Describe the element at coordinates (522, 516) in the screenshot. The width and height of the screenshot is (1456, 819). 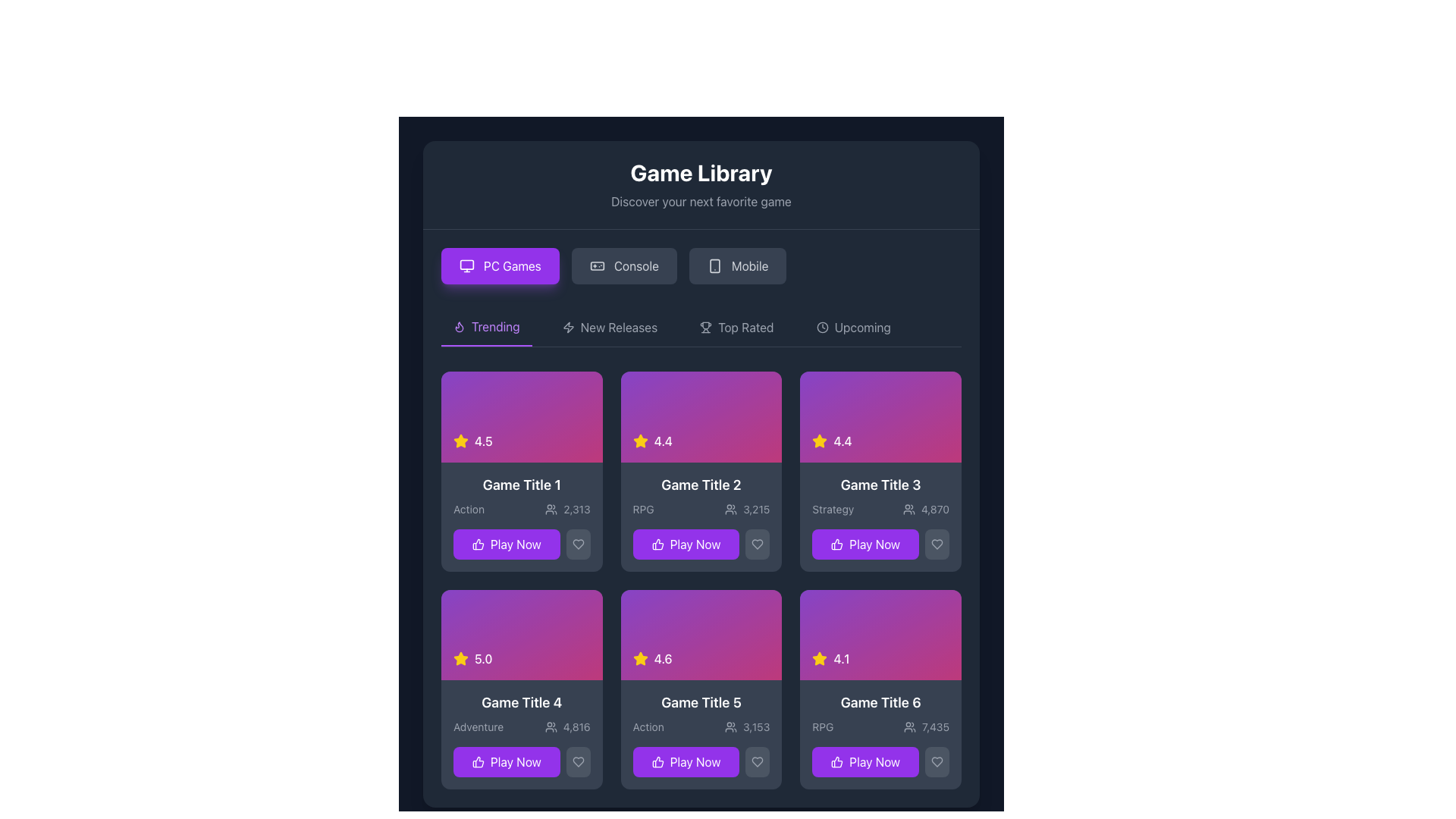
I see `the 'Play Now' button on the Informational Card located in the first column and second row of the 'Trending' section, which features a dark background and rounded corners` at that location.